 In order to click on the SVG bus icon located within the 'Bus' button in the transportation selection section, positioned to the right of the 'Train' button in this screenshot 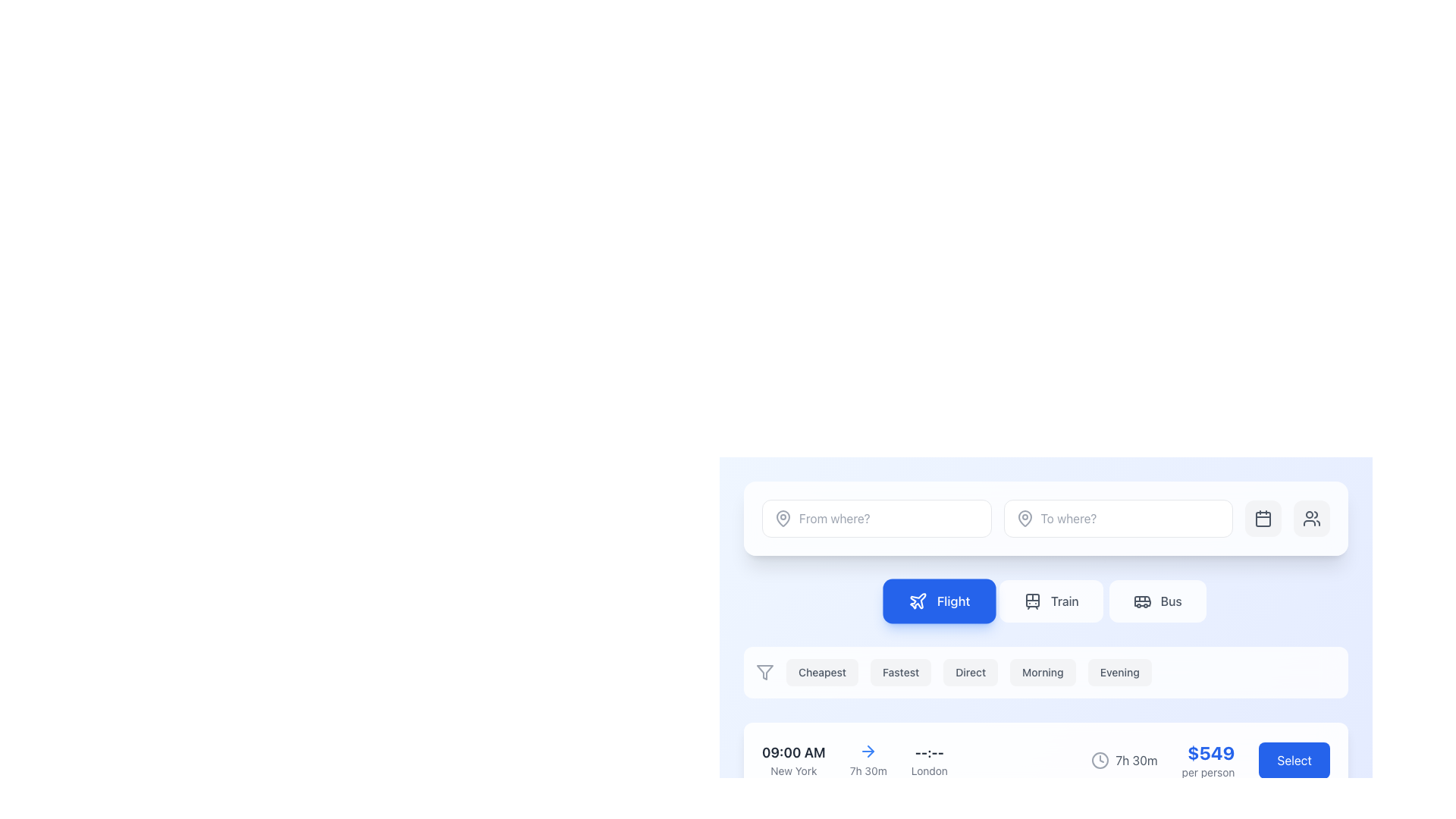, I will do `click(1142, 601)`.